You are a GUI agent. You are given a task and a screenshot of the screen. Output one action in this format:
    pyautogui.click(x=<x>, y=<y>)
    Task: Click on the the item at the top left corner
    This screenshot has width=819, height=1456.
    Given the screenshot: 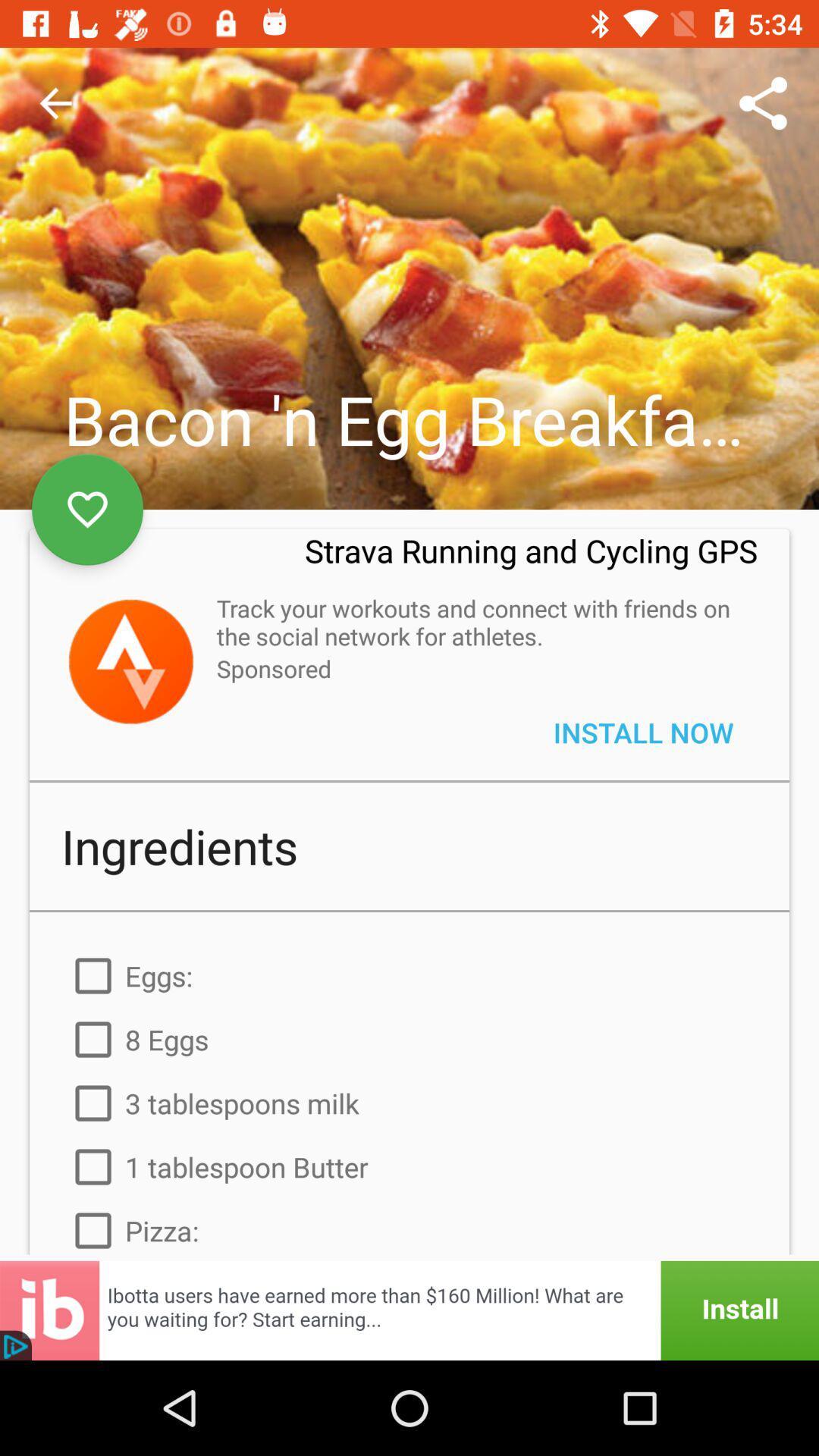 What is the action you would take?
    pyautogui.click(x=55, y=102)
    